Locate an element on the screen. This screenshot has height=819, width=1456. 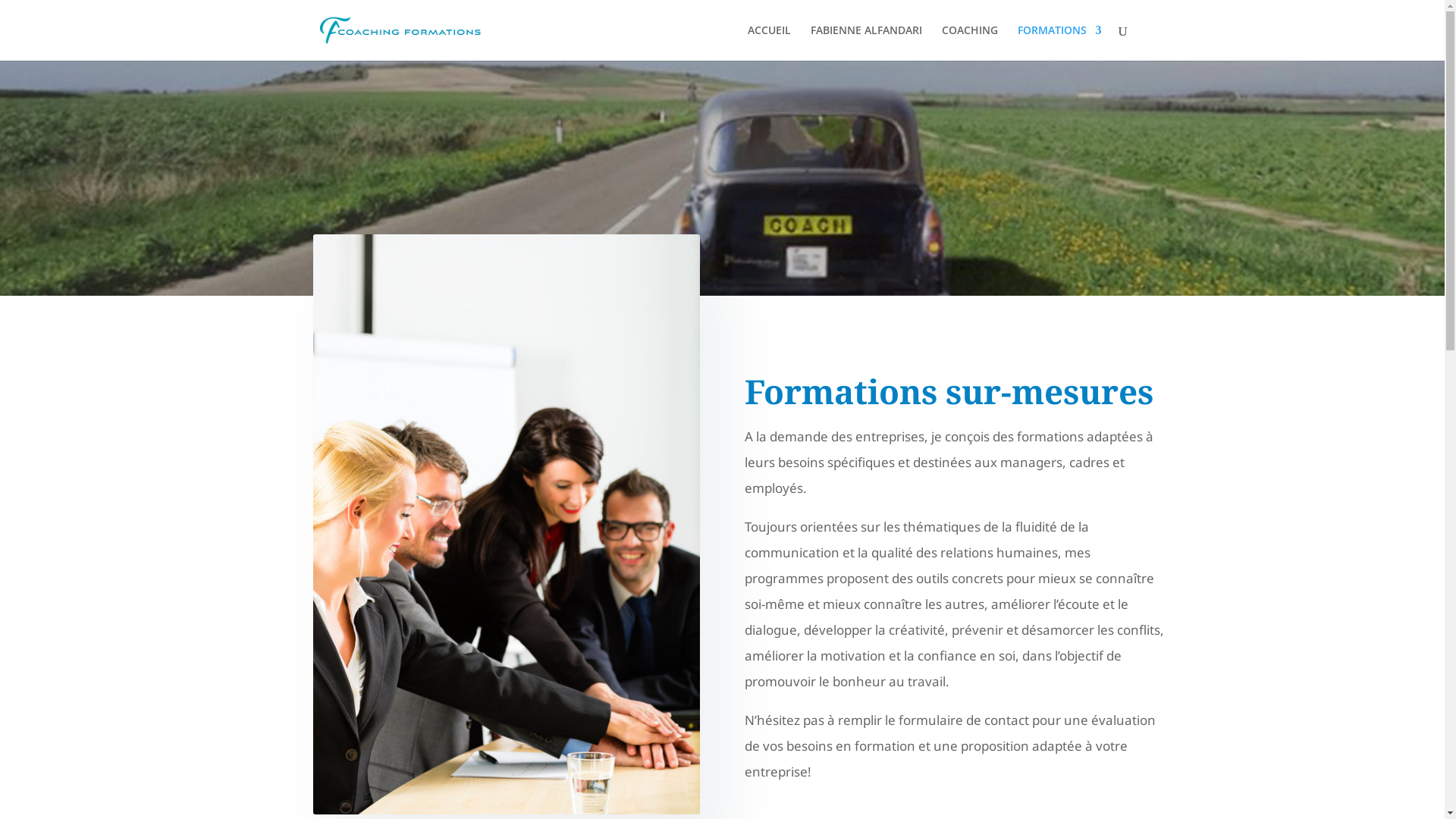
'20757382_s' is located at coordinates (506, 523).